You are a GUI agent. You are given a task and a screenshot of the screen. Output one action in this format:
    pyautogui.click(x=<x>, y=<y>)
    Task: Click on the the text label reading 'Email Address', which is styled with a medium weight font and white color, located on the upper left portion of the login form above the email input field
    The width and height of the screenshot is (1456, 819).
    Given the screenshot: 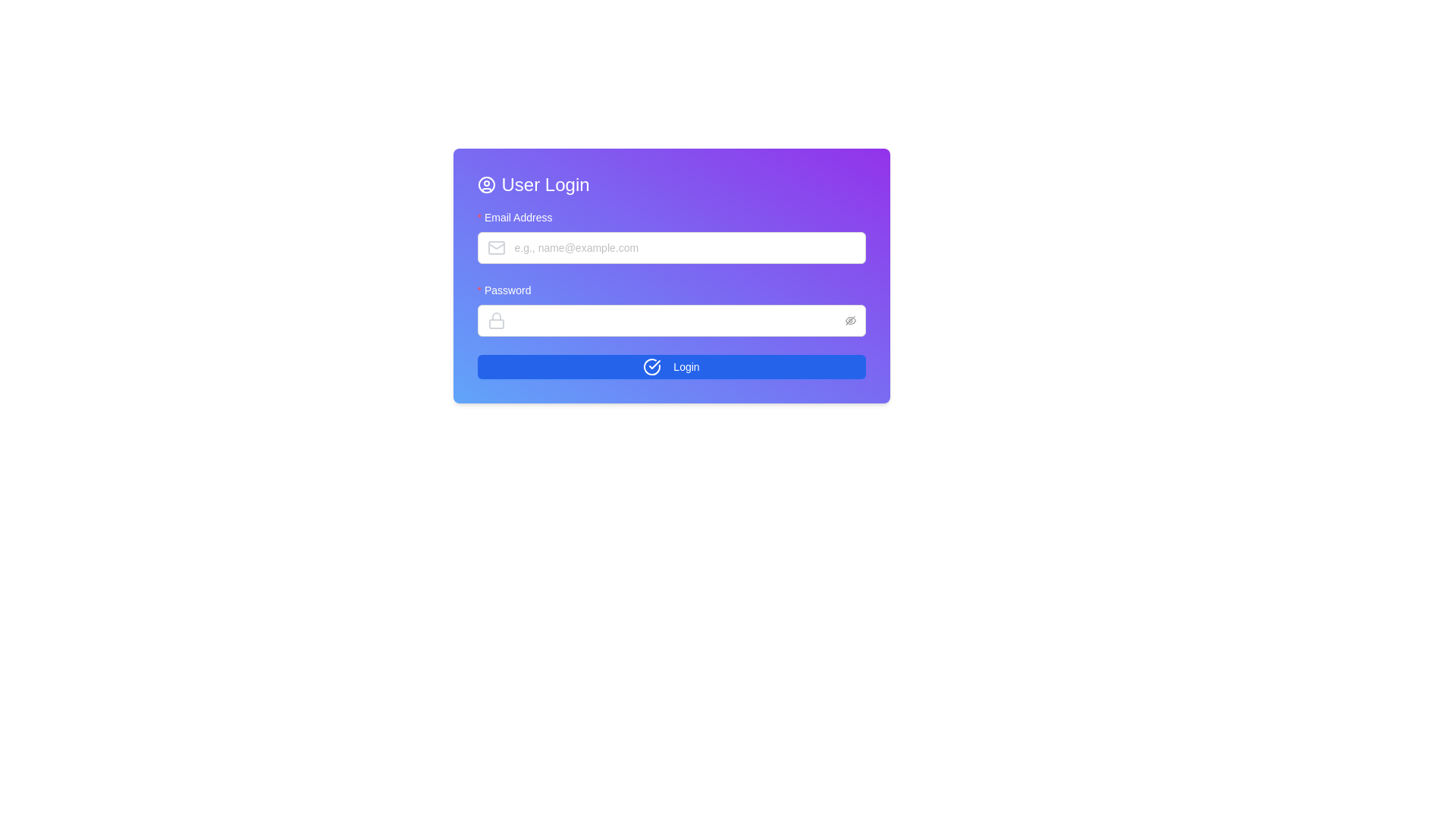 What is the action you would take?
    pyautogui.click(x=518, y=217)
    